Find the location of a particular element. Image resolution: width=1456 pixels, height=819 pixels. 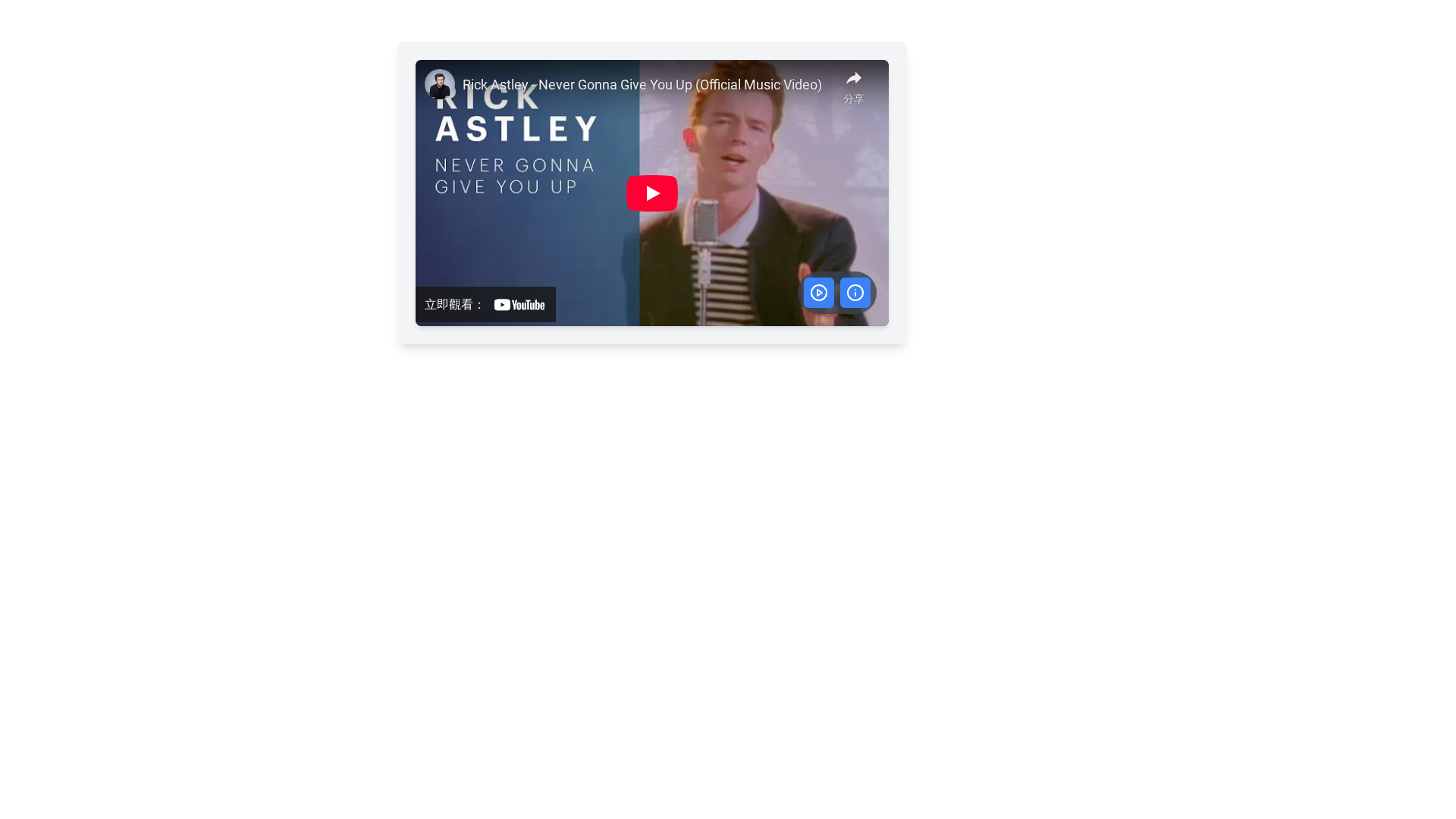

informational subtitle located beneath the heading 'Educational Video' in the center of the semi-transparent black modal is located at coordinates (651, 208).